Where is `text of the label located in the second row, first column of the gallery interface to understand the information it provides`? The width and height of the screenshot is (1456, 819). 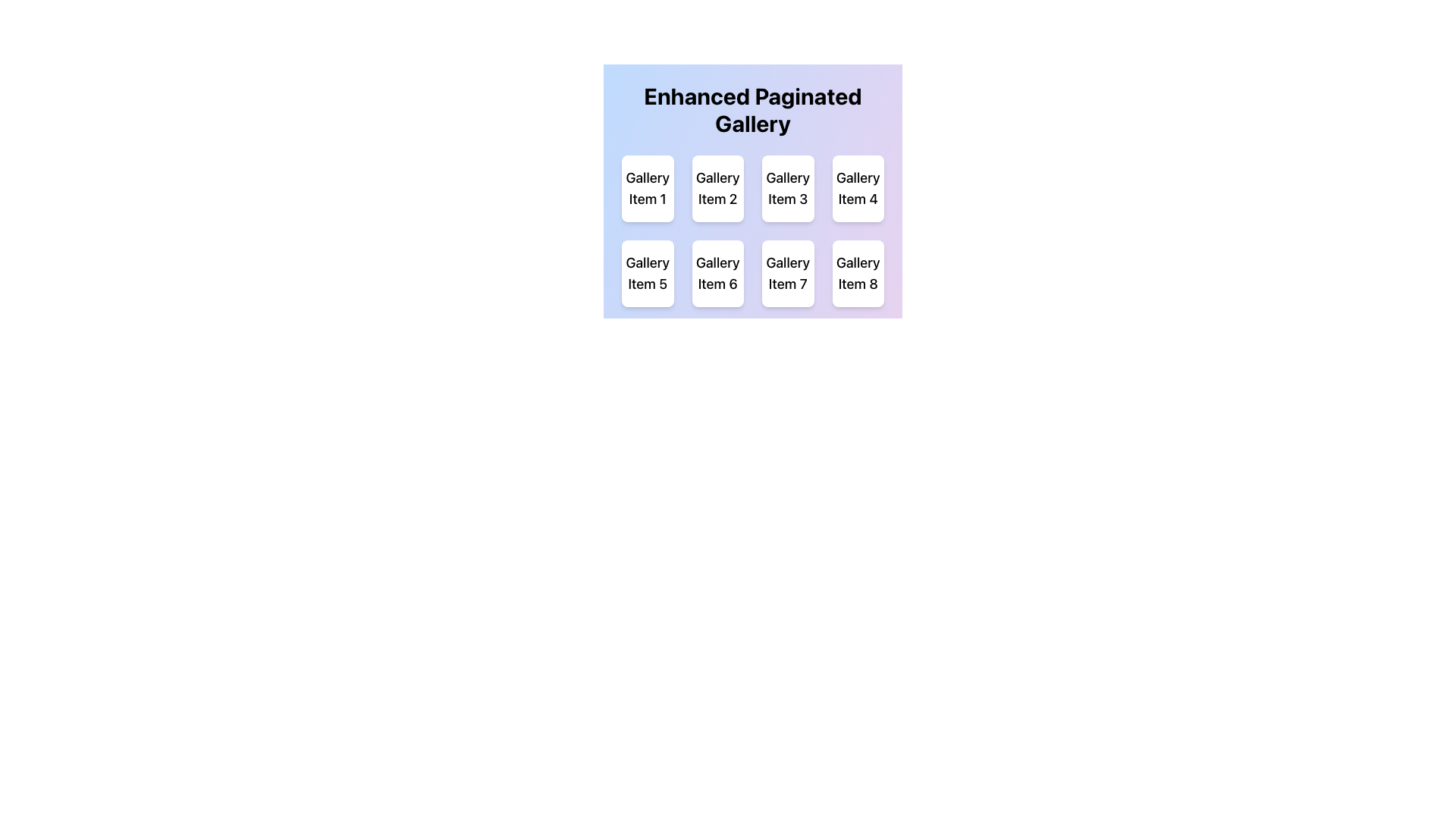
text of the label located in the second row, first column of the gallery interface to understand the information it provides is located at coordinates (648, 274).